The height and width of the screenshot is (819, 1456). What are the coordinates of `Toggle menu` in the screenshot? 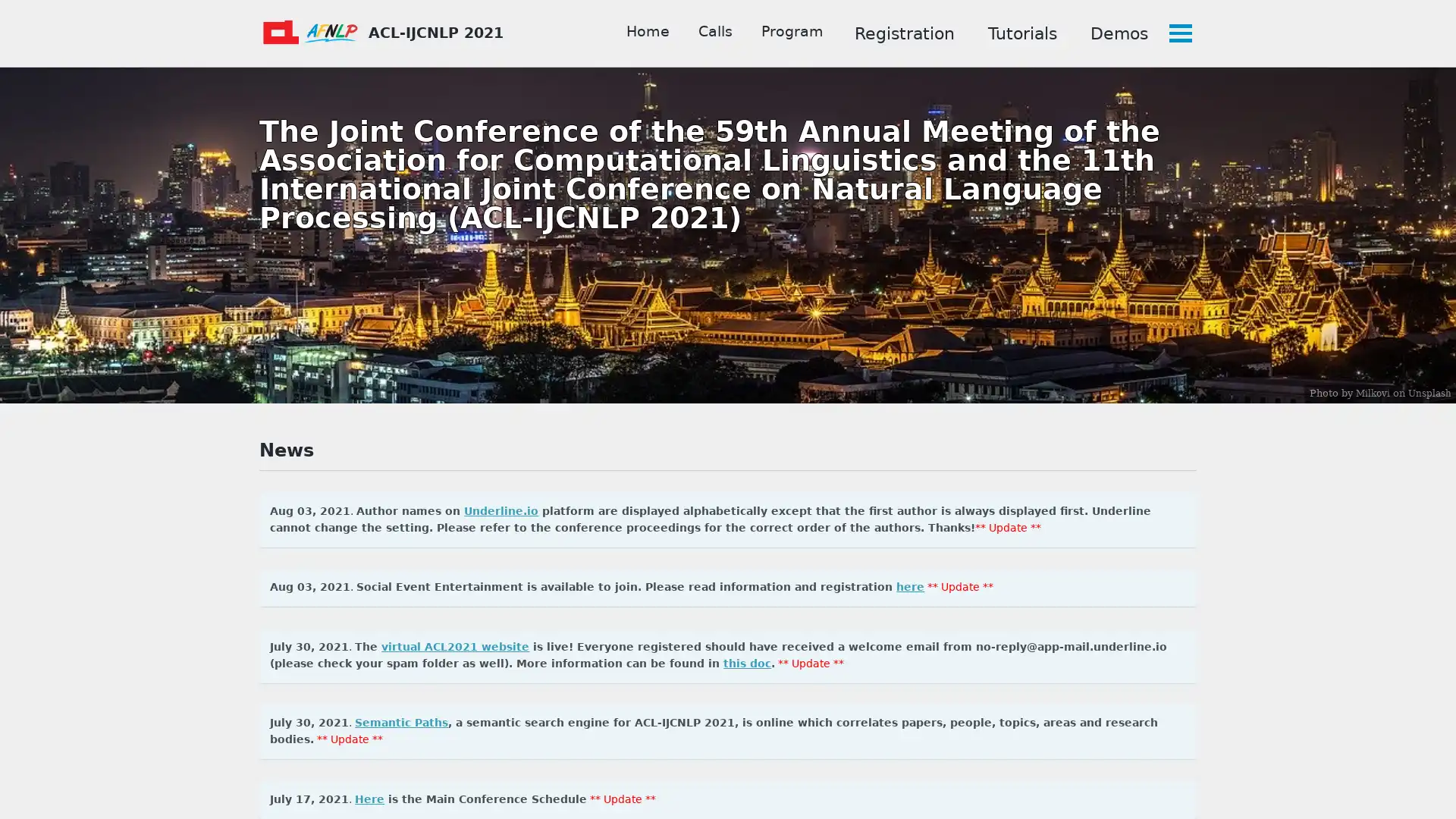 It's located at (1178, 33).